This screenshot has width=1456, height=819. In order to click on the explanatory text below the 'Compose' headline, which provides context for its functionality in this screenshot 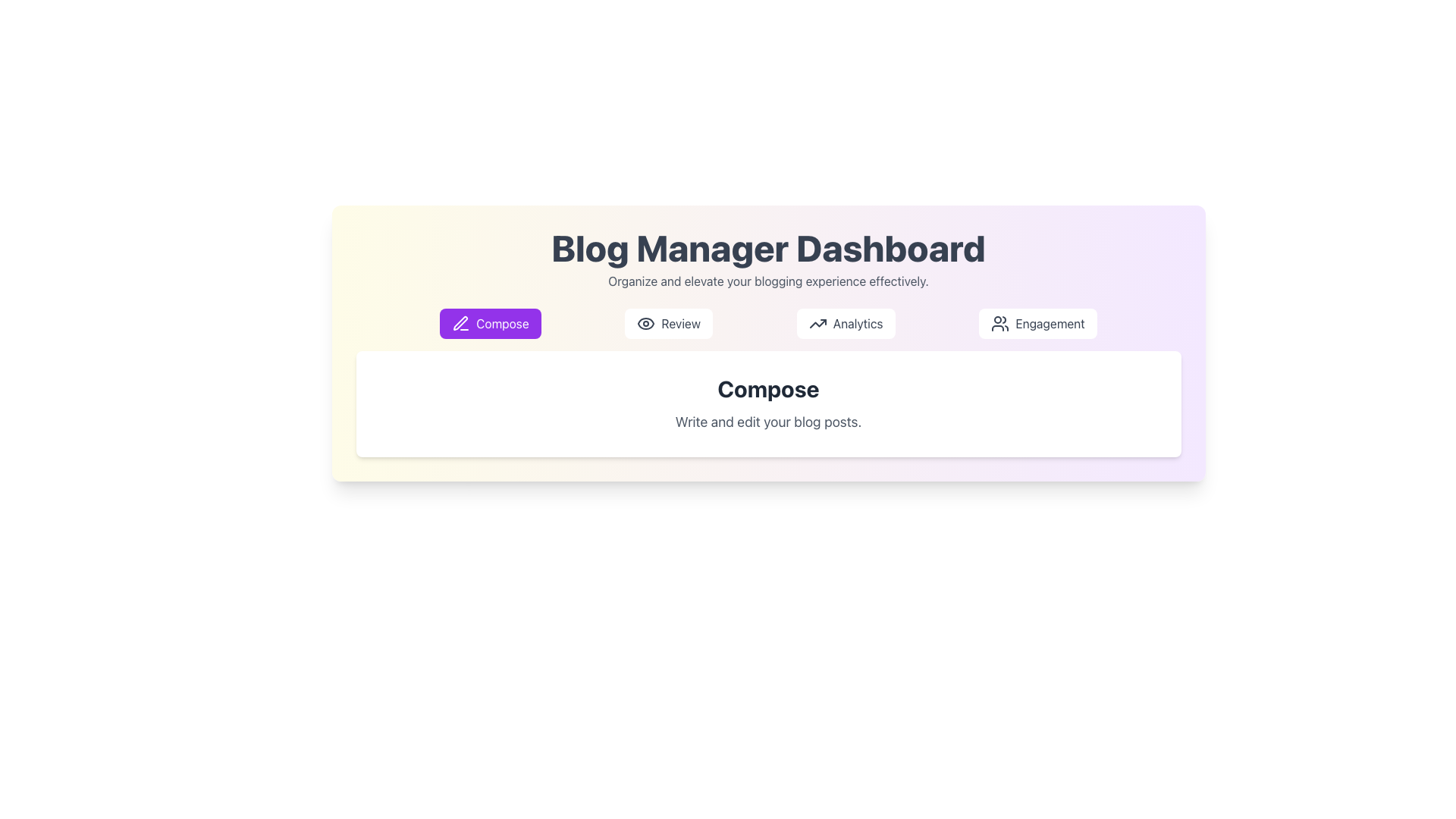, I will do `click(768, 422)`.